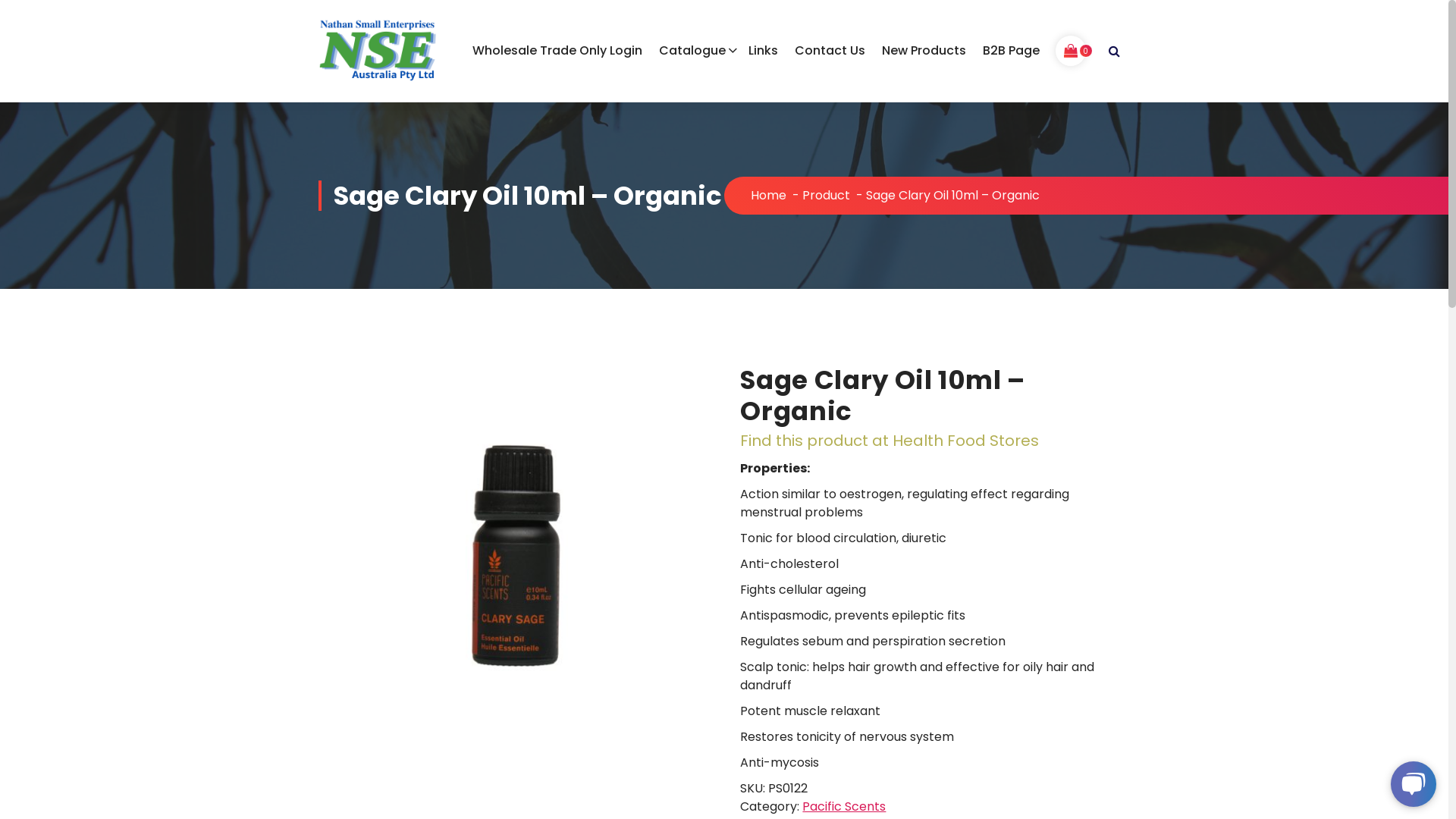  Describe the element at coordinates (1011, 49) in the screenshot. I see `'B2B Page'` at that location.